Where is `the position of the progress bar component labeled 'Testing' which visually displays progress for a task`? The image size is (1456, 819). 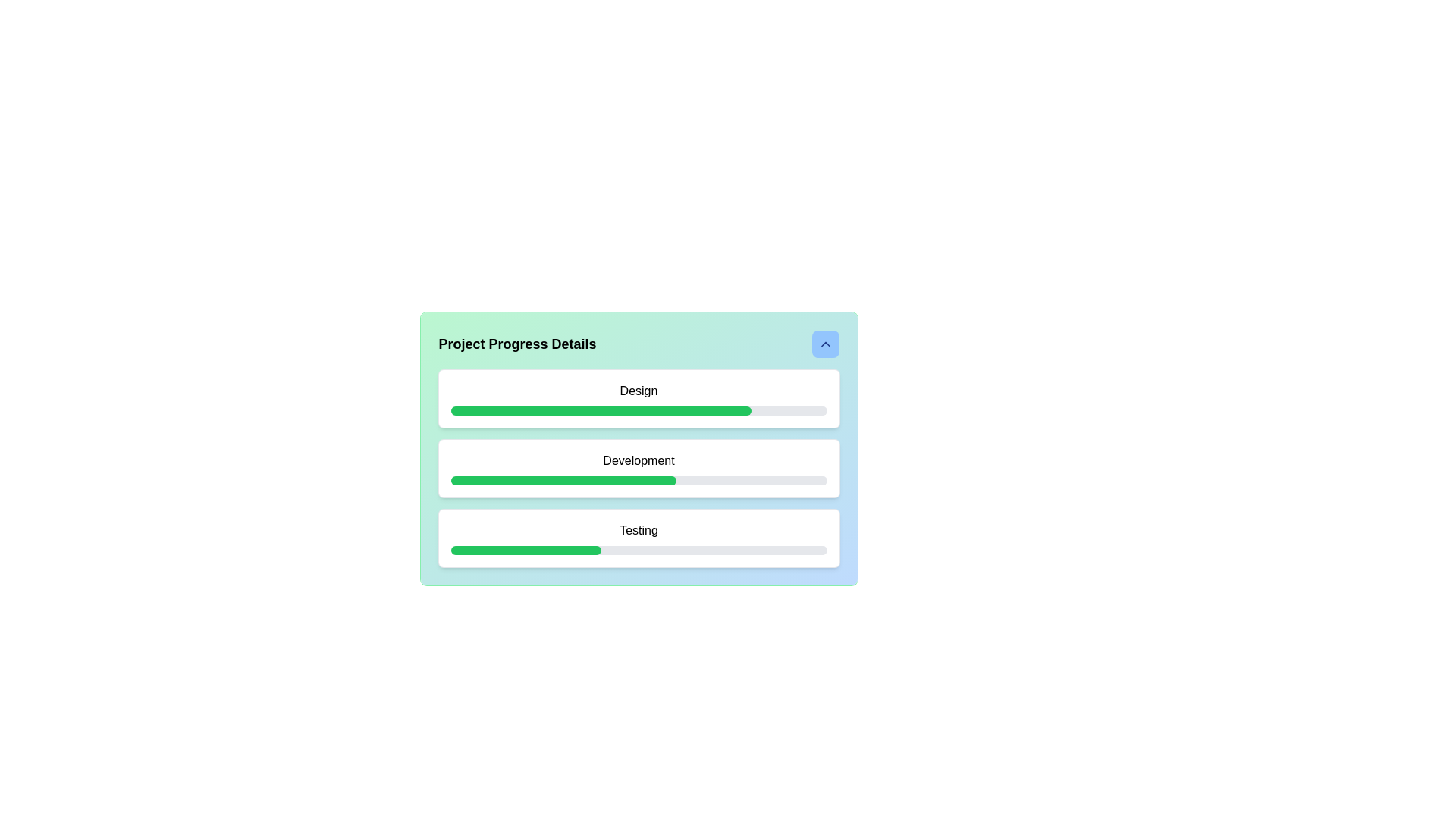 the position of the progress bar component labeled 'Testing' which visually displays progress for a task is located at coordinates (639, 550).